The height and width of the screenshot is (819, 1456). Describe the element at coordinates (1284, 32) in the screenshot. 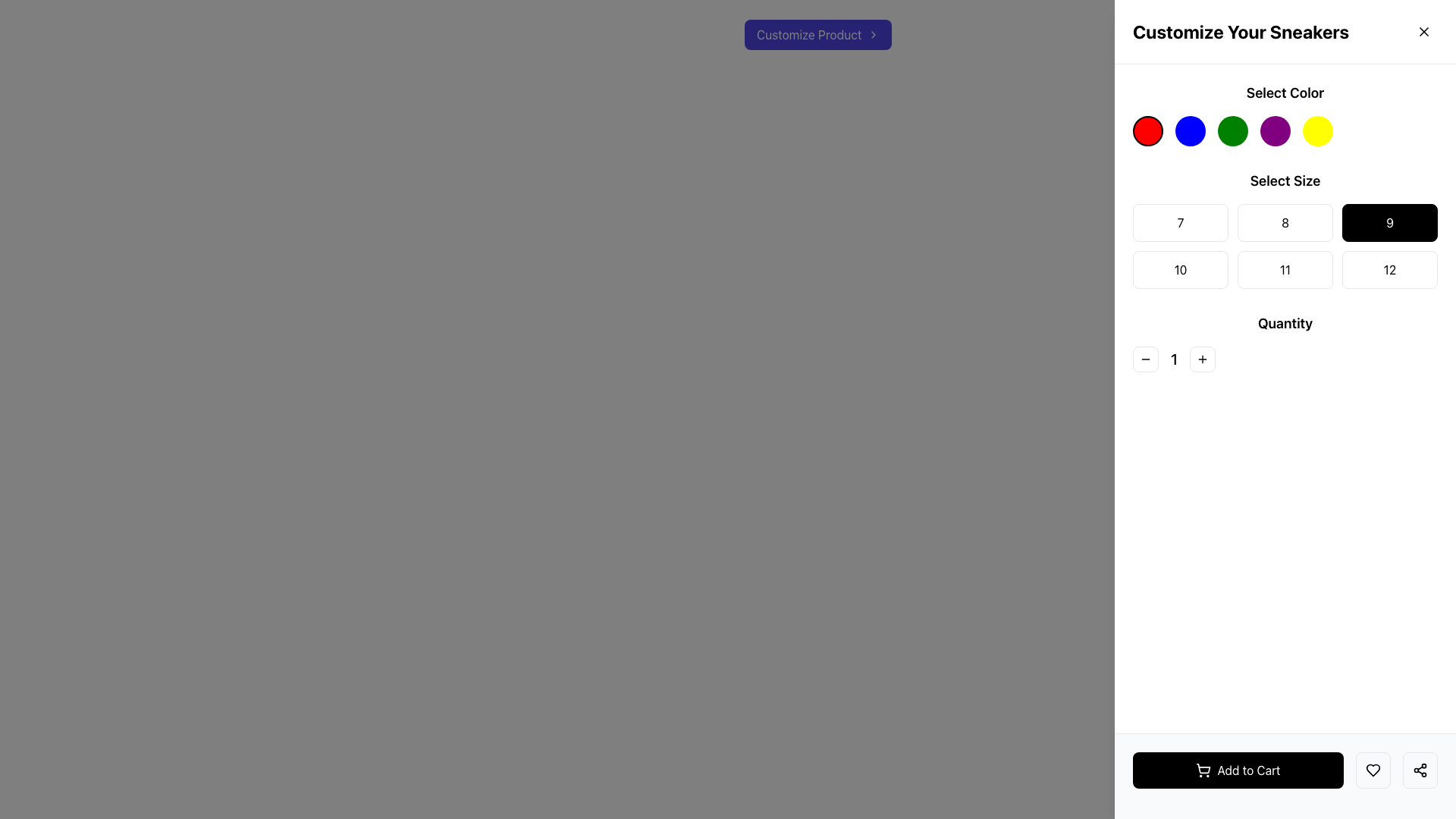

I see `text of the heading 'Customize Your Sneakers' which is positioned at the top of the right panel` at that location.